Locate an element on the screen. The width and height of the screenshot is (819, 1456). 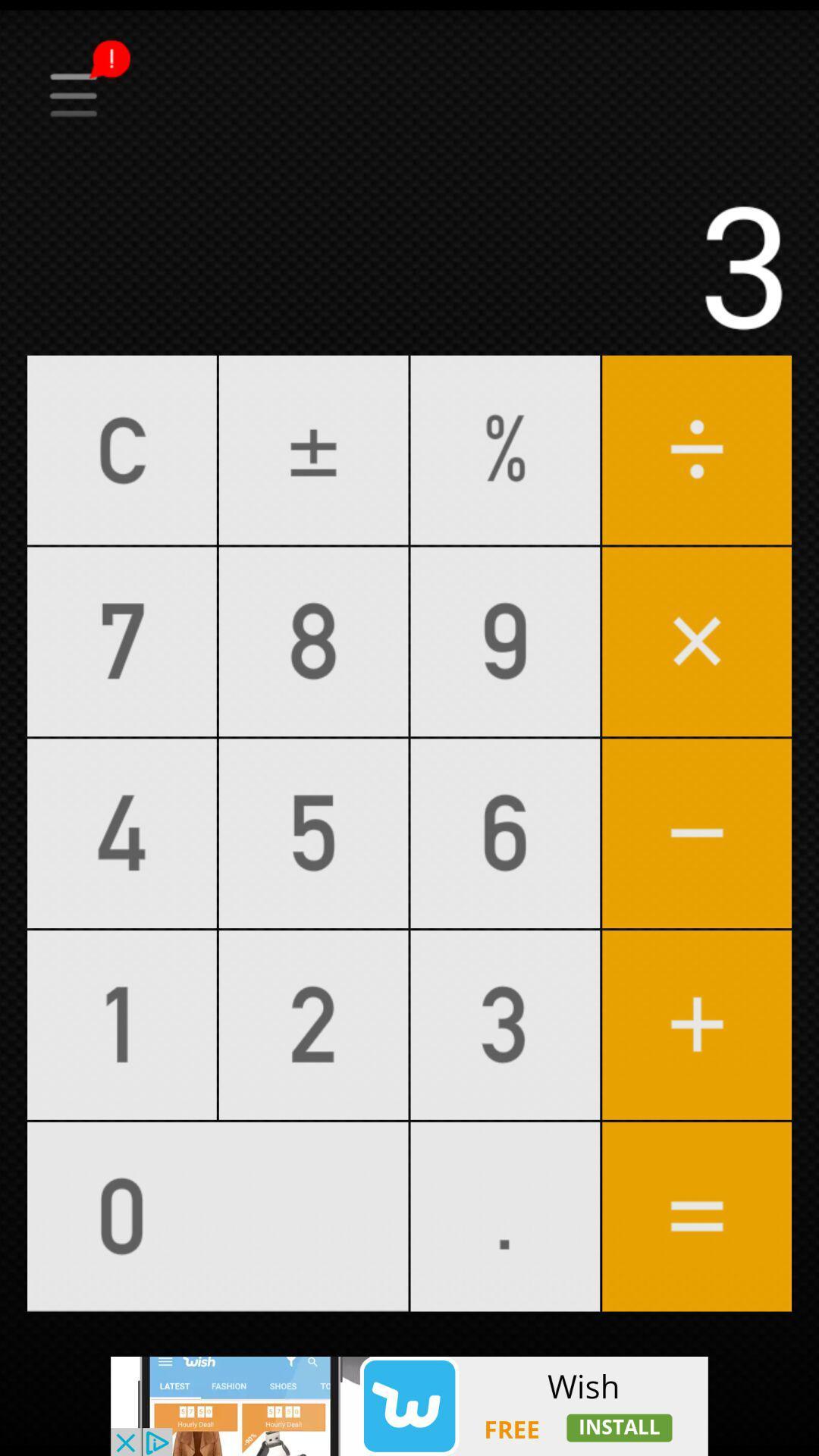
advertisement is located at coordinates (409, 1405).